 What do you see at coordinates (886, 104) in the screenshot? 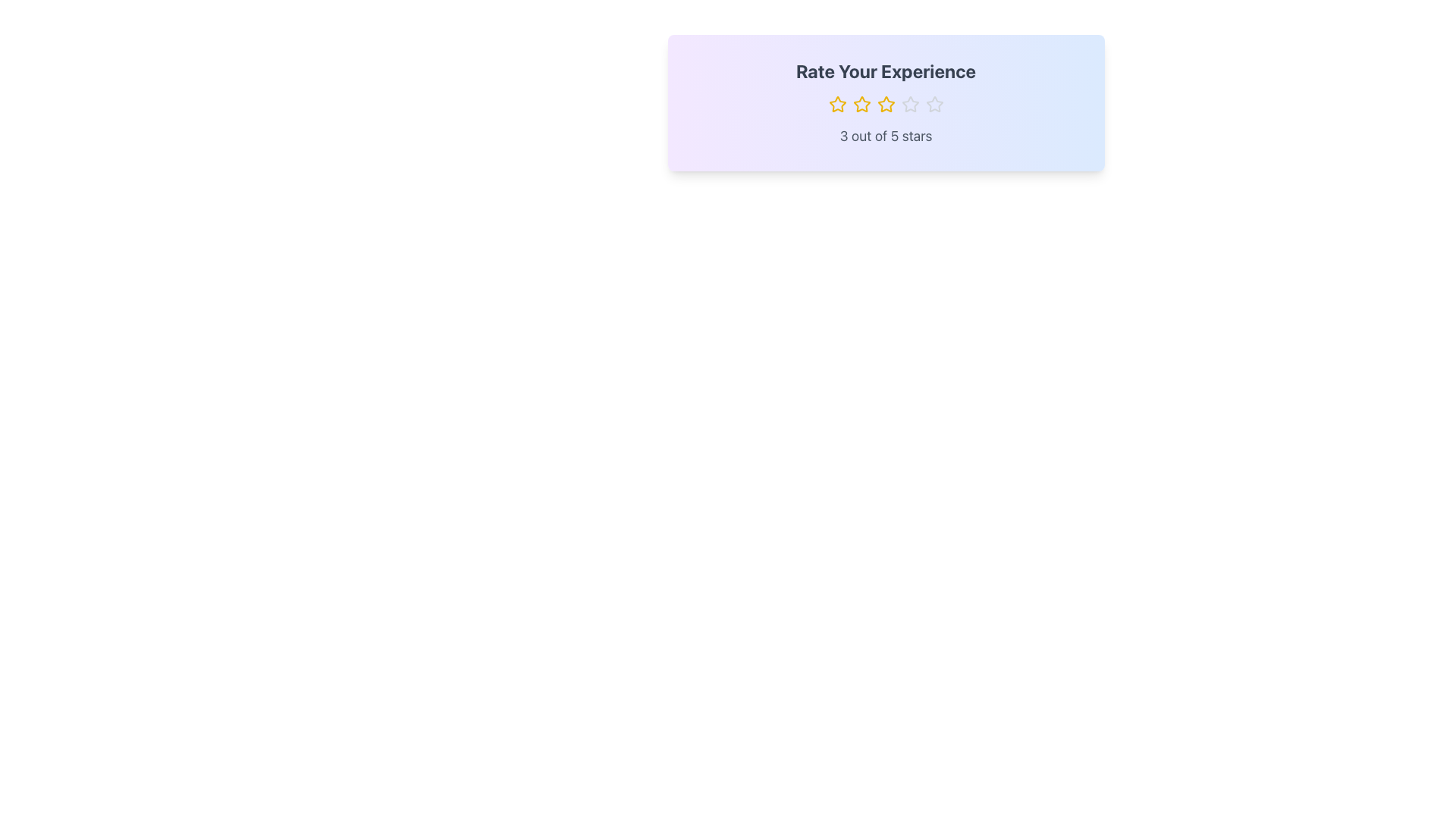
I see `the third star icon in the 5-star rating widget` at bounding box center [886, 104].